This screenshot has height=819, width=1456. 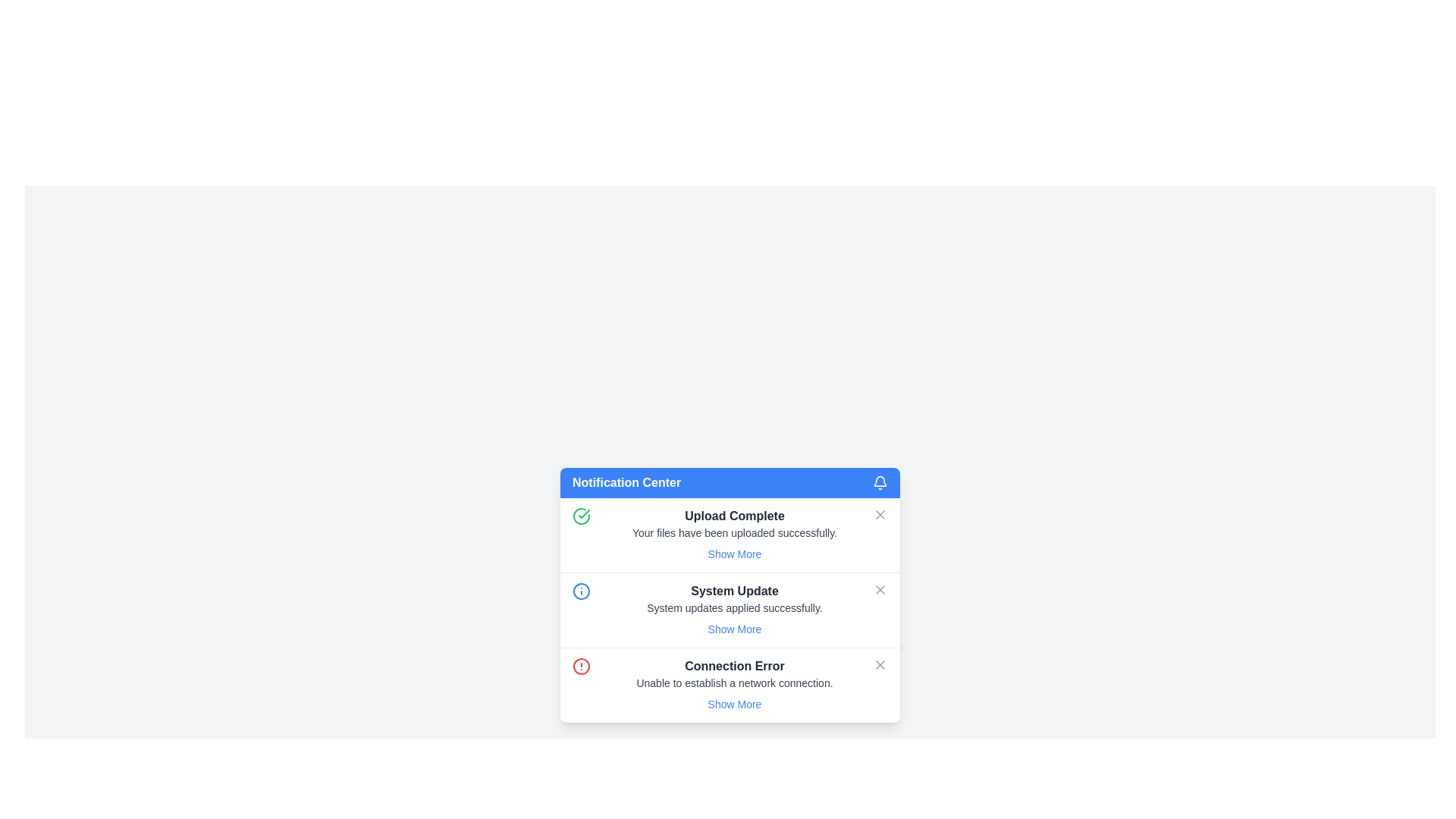 I want to click on the small vector graphic icon, so click(x=880, y=513).